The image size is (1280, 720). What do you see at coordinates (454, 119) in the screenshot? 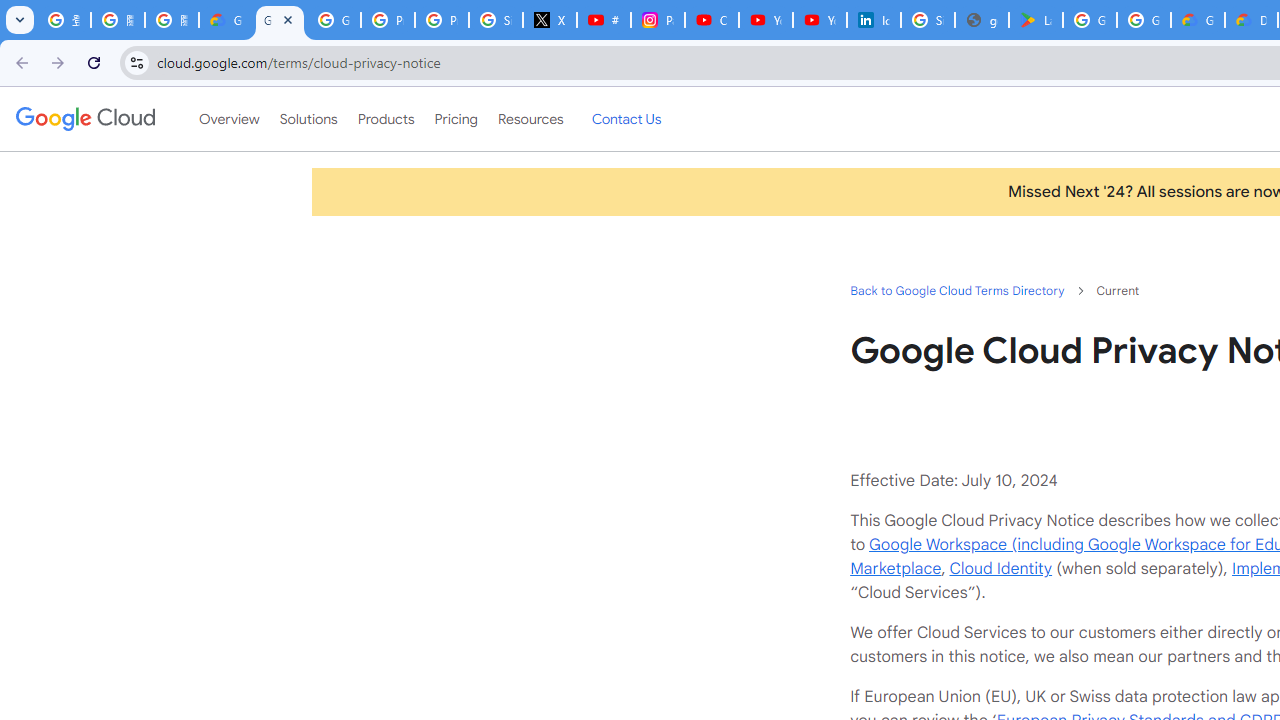
I see `'Pricing'` at bounding box center [454, 119].